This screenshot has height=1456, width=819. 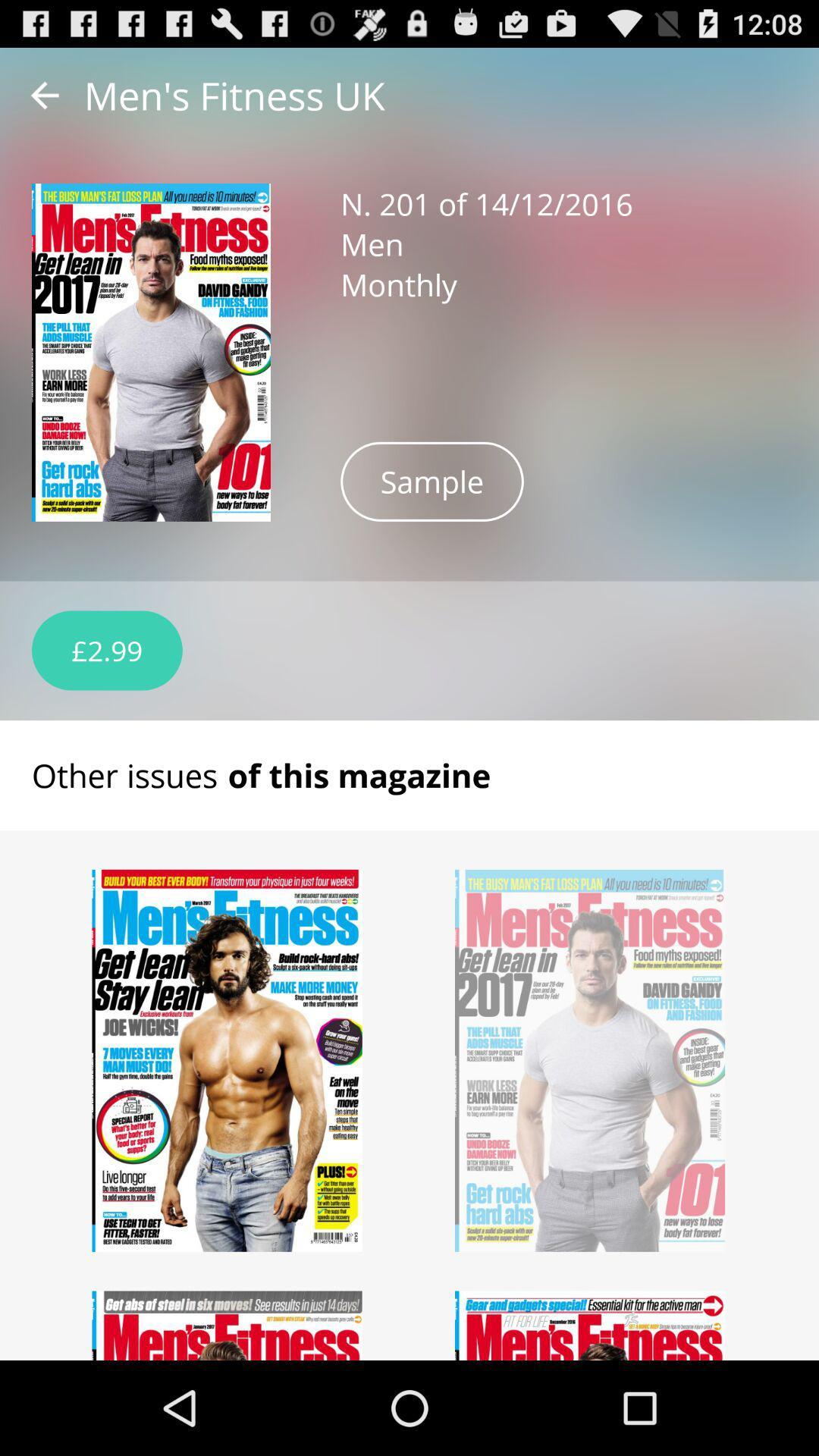 What do you see at coordinates (589, 1325) in the screenshot?
I see `magazine` at bounding box center [589, 1325].